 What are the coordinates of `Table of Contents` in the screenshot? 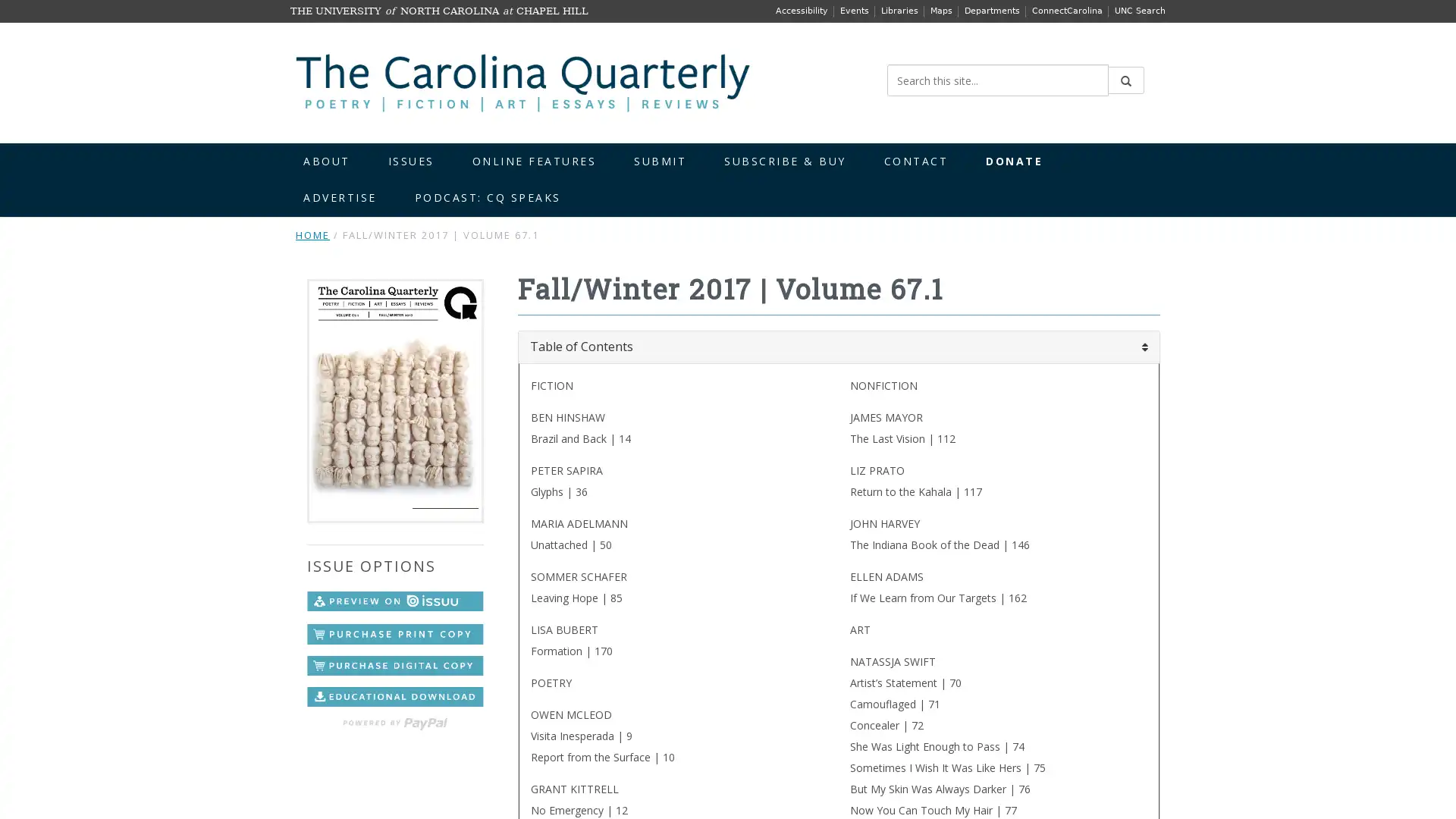 It's located at (837, 347).